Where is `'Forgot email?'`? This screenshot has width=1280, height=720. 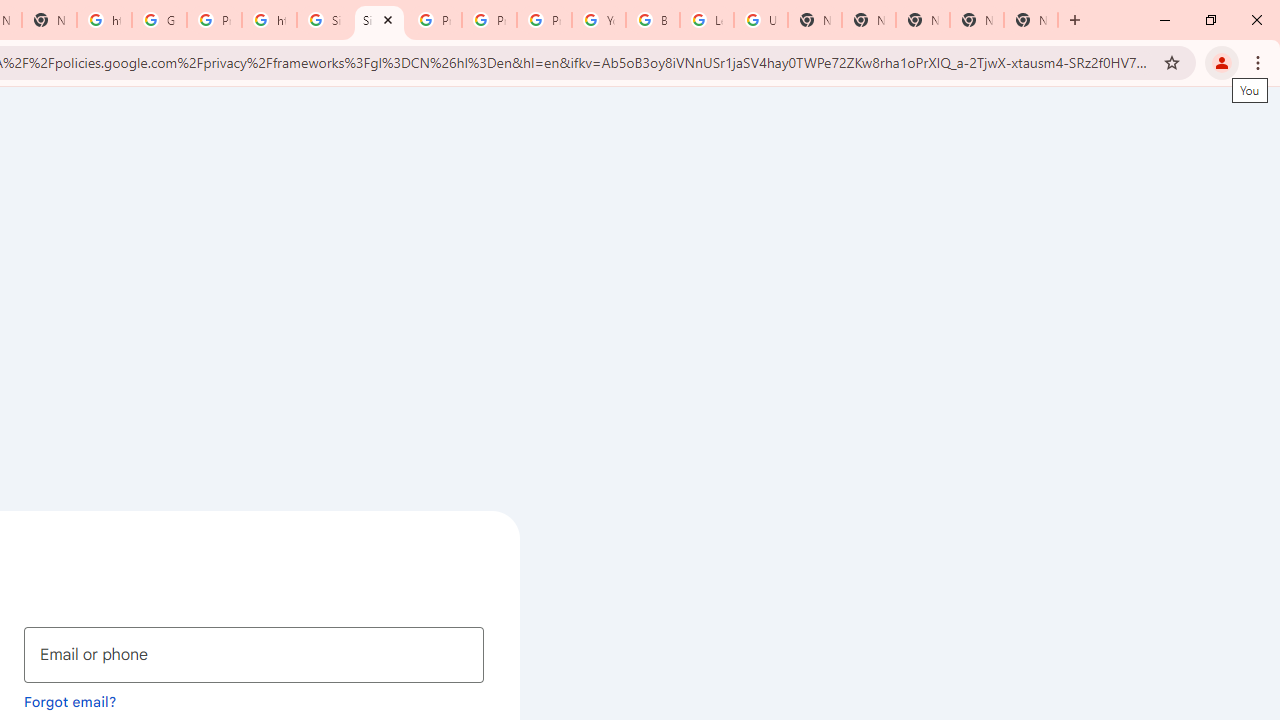
'Forgot email?' is located at coordinates (70, 700).